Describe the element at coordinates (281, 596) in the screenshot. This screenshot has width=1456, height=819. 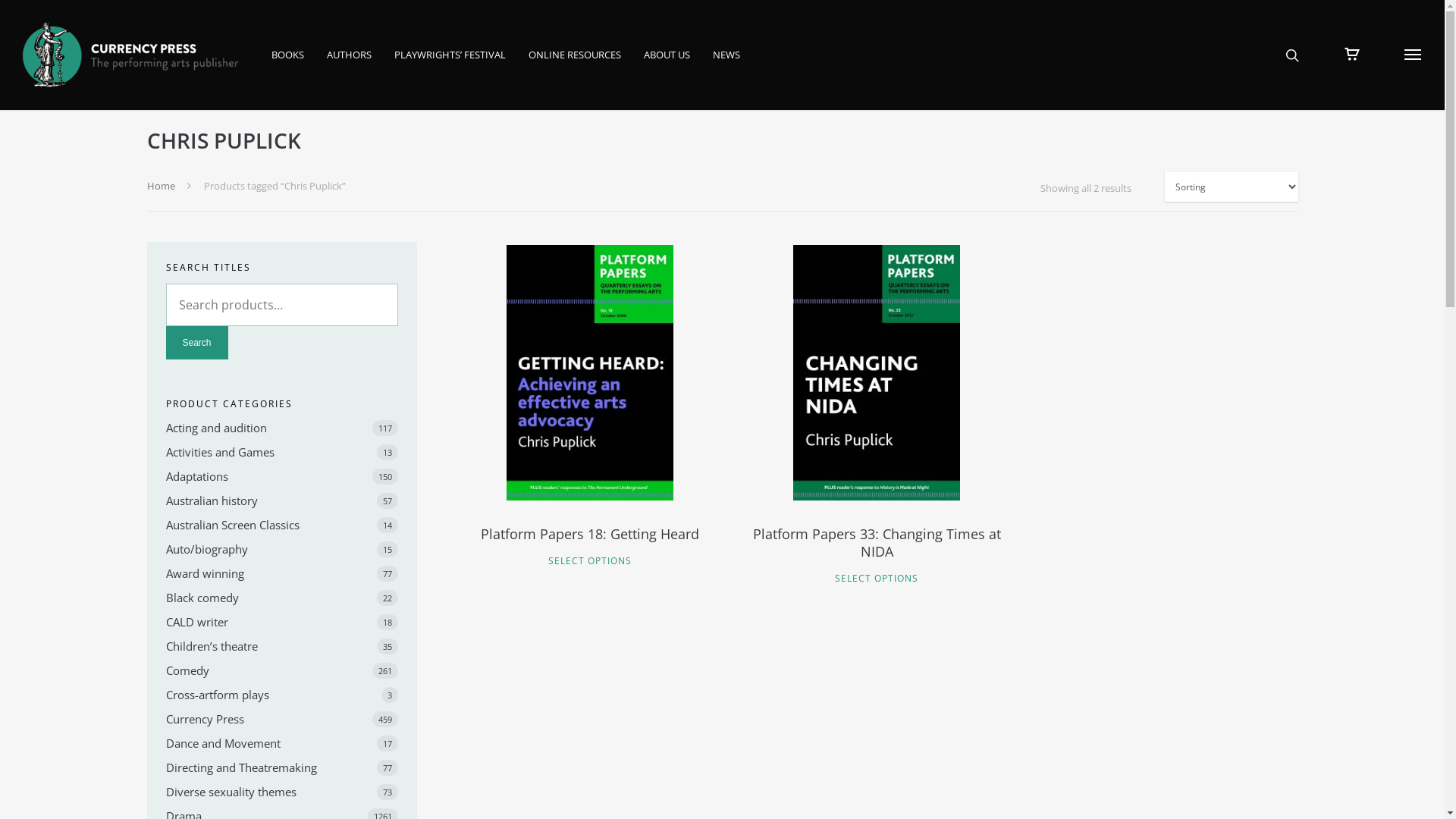
I see `'Black comedy'` at that location.